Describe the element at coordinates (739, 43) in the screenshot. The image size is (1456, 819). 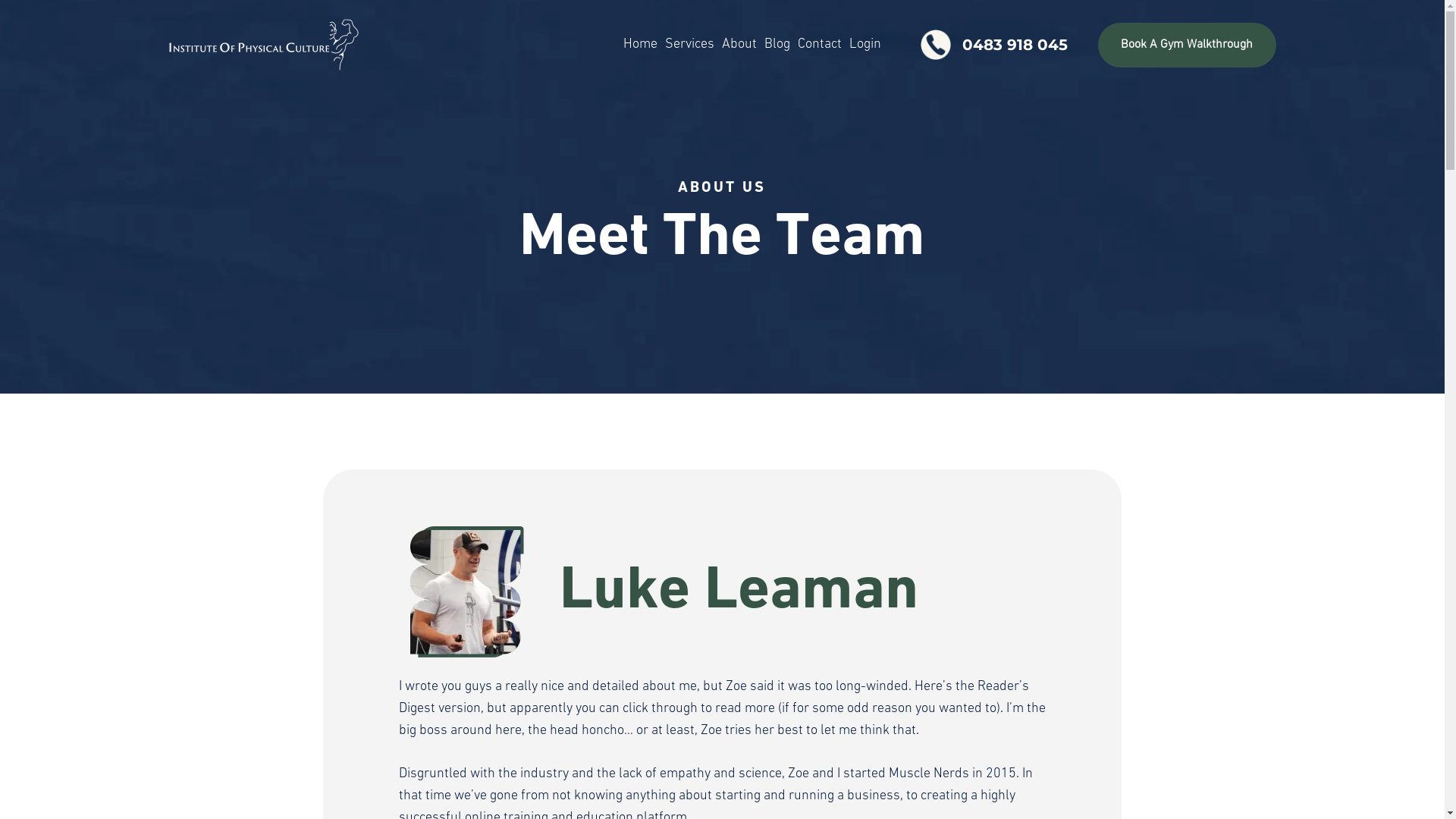
I see `'About'` at that location.